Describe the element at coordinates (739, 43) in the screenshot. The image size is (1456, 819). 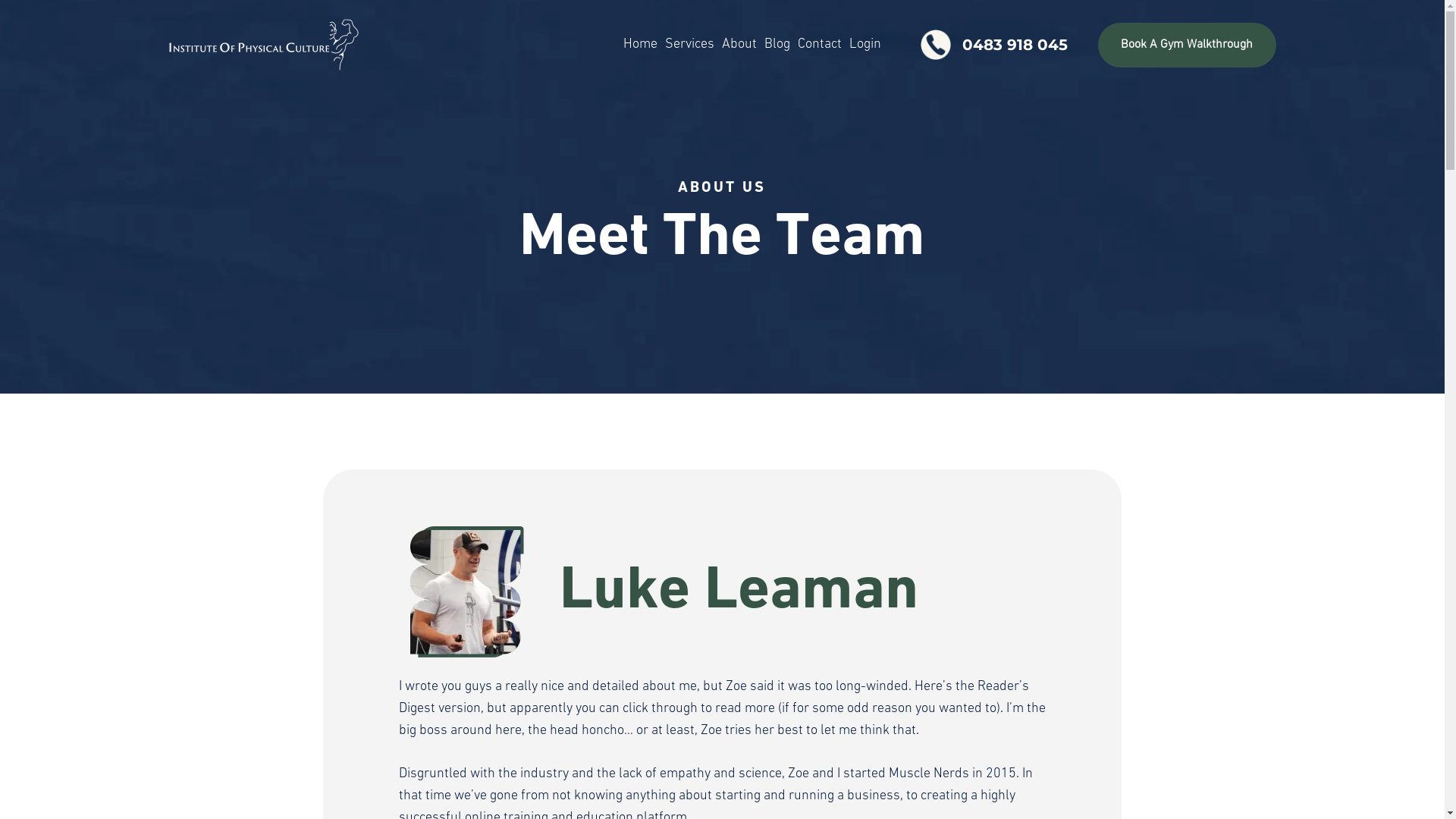
I see `'About'` at that location.